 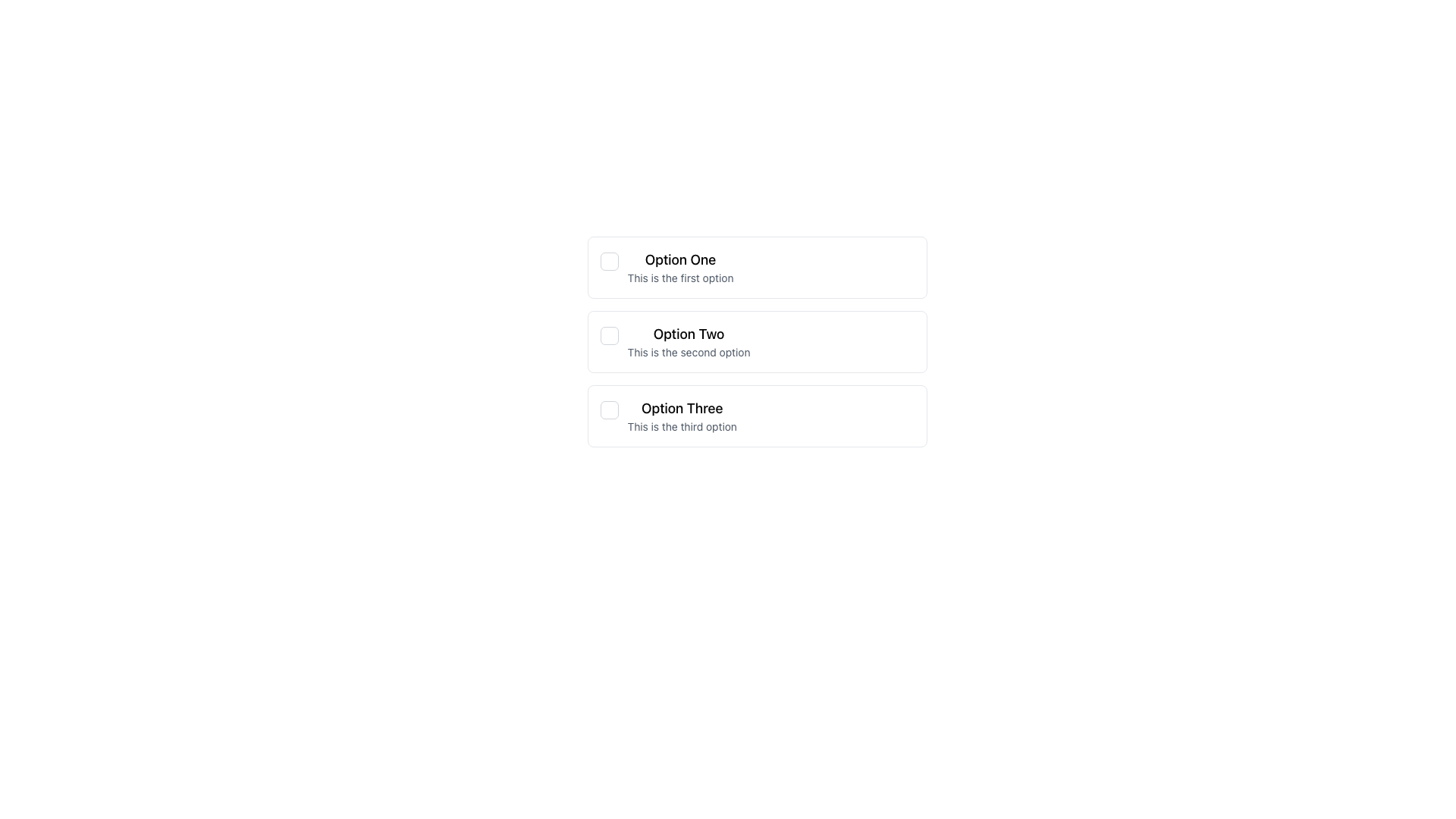 What do you see at coordinates (679, 278) in the screenshot?
I see `the descriptive text label located directly below 'Option One', which provides additional context but is not interactive` at bounding box center [679, 278].